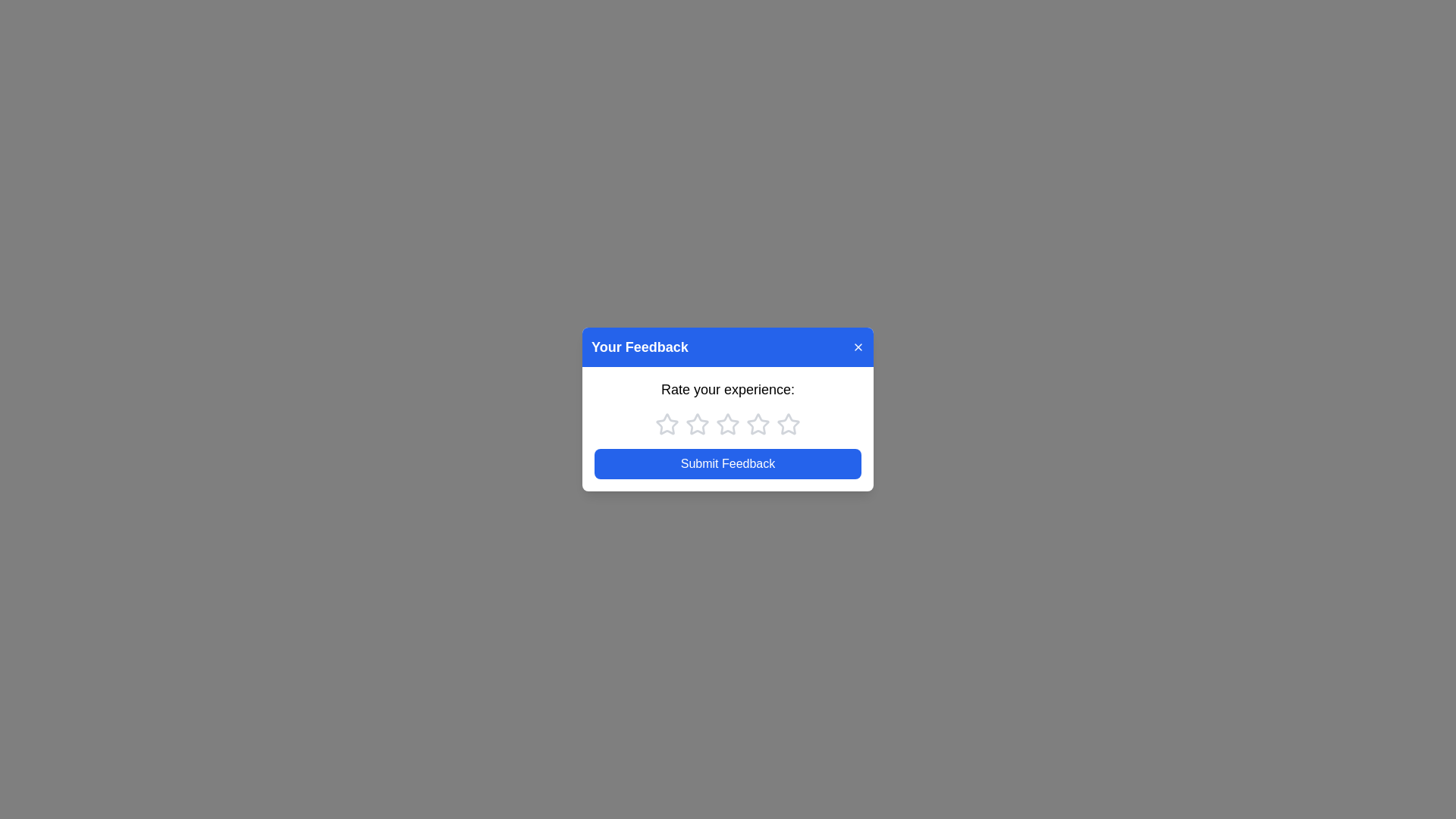  Describe the element at coordinates (789, 424) in the screenshot. I see `the star corresponding to the rating 5` at that location.